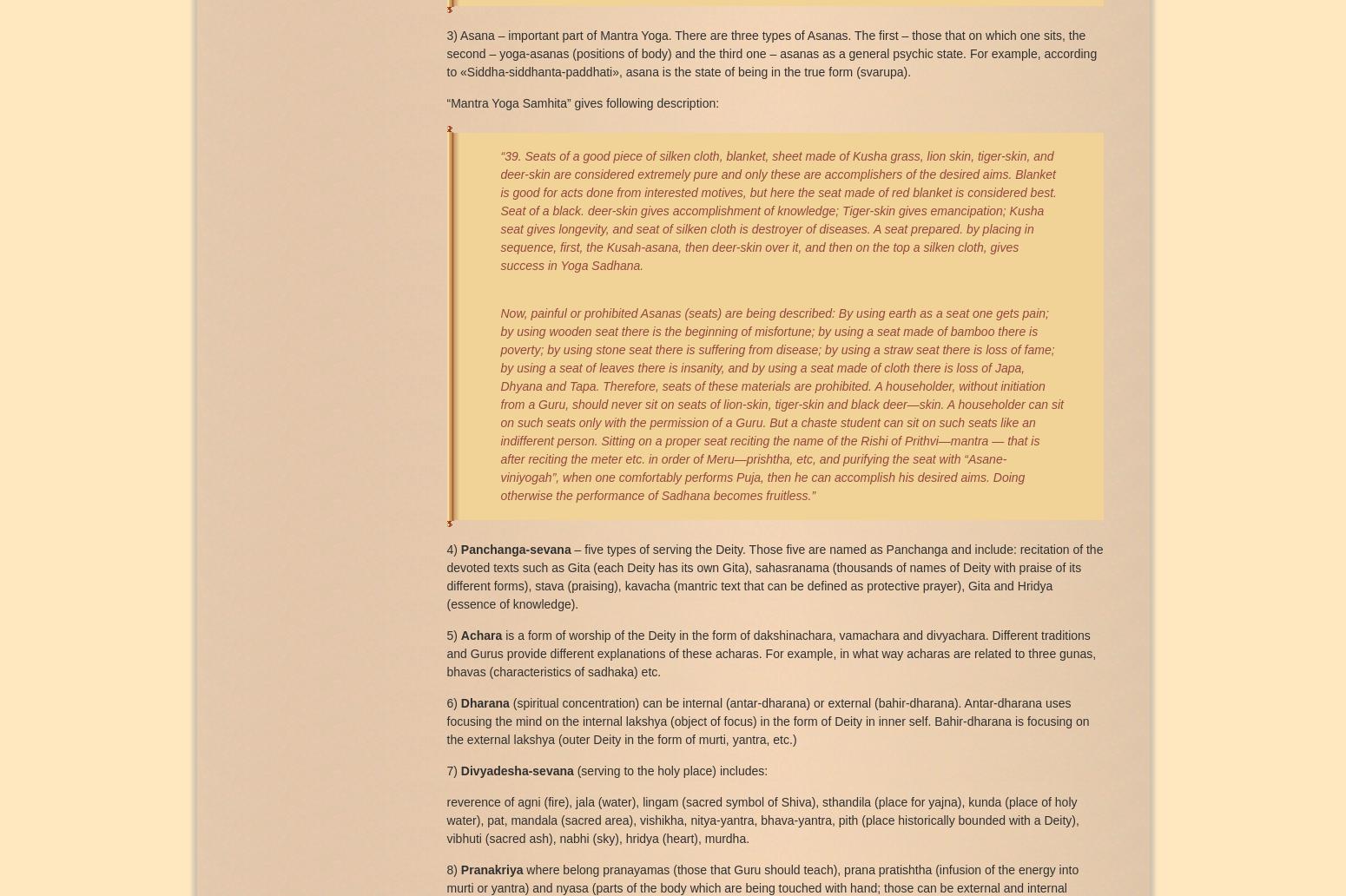  Describe the element at coordinates (445, 721) in the screenshot. I see `'(spiritual concentration) can be internal (antar-dharana) or external (bahir-dharana). Antar-dharana uses focusing the mind on the internal lakshya (object of focus) in the form of Deity in inner self. Bahir-dharana is focusing on the external lakshya (outer Deity in the form of murti, yantra, etc.)'` at that location.